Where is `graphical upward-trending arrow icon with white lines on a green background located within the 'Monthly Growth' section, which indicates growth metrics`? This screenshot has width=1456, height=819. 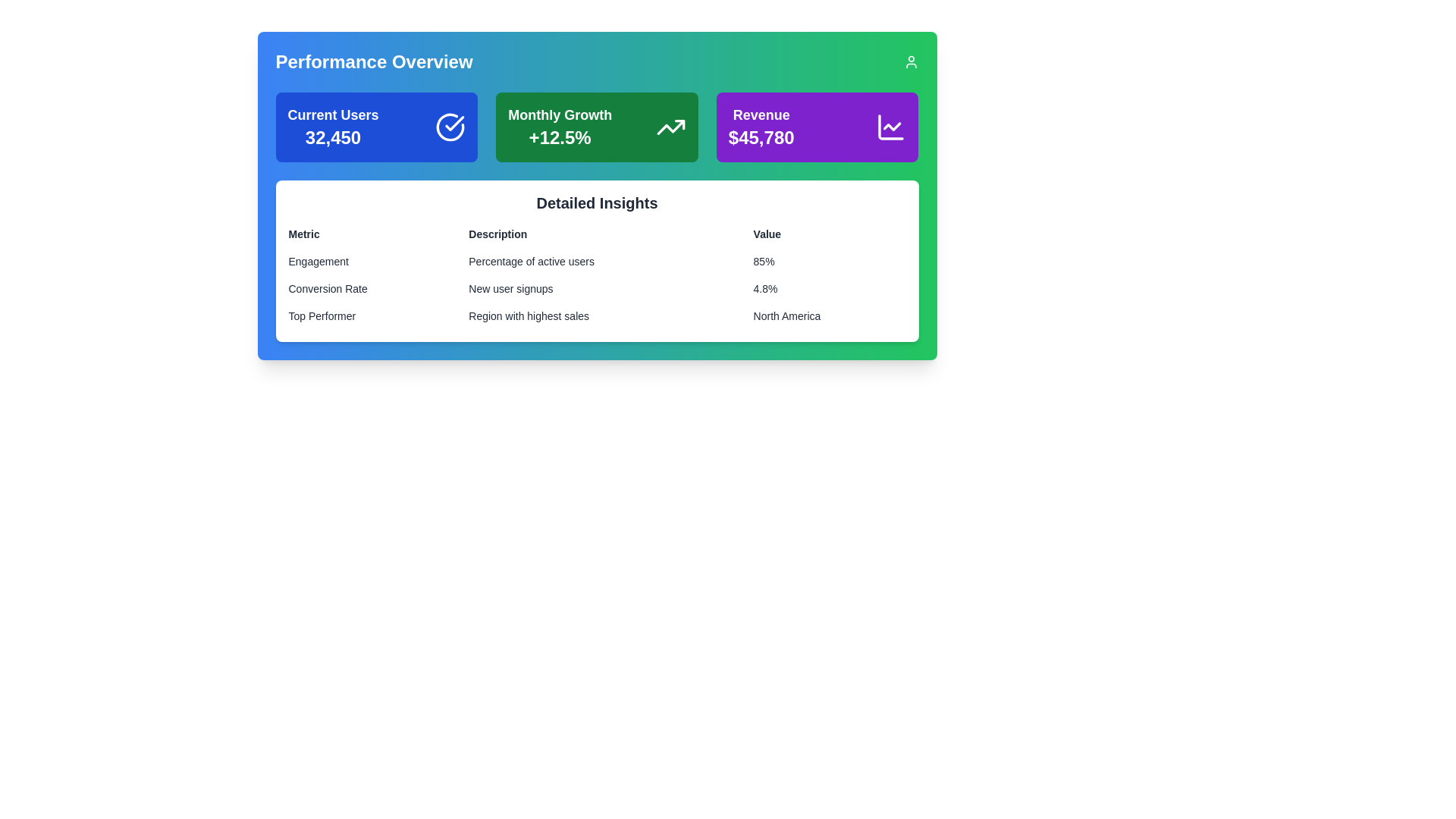 graphical upward-trending arrow icon with white lines on a green background located within the 'Monthly Growth' section, which indicates growth metrics is located at coordinates (670, 127).